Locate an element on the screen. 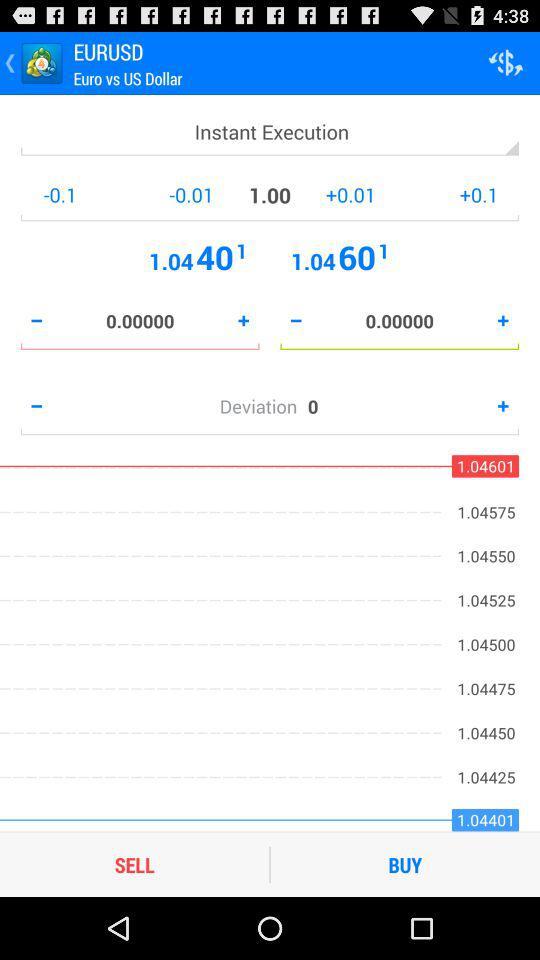 The height and width of the screenshot is (960, 540). the buy icon is located at coordinates (405, 863).